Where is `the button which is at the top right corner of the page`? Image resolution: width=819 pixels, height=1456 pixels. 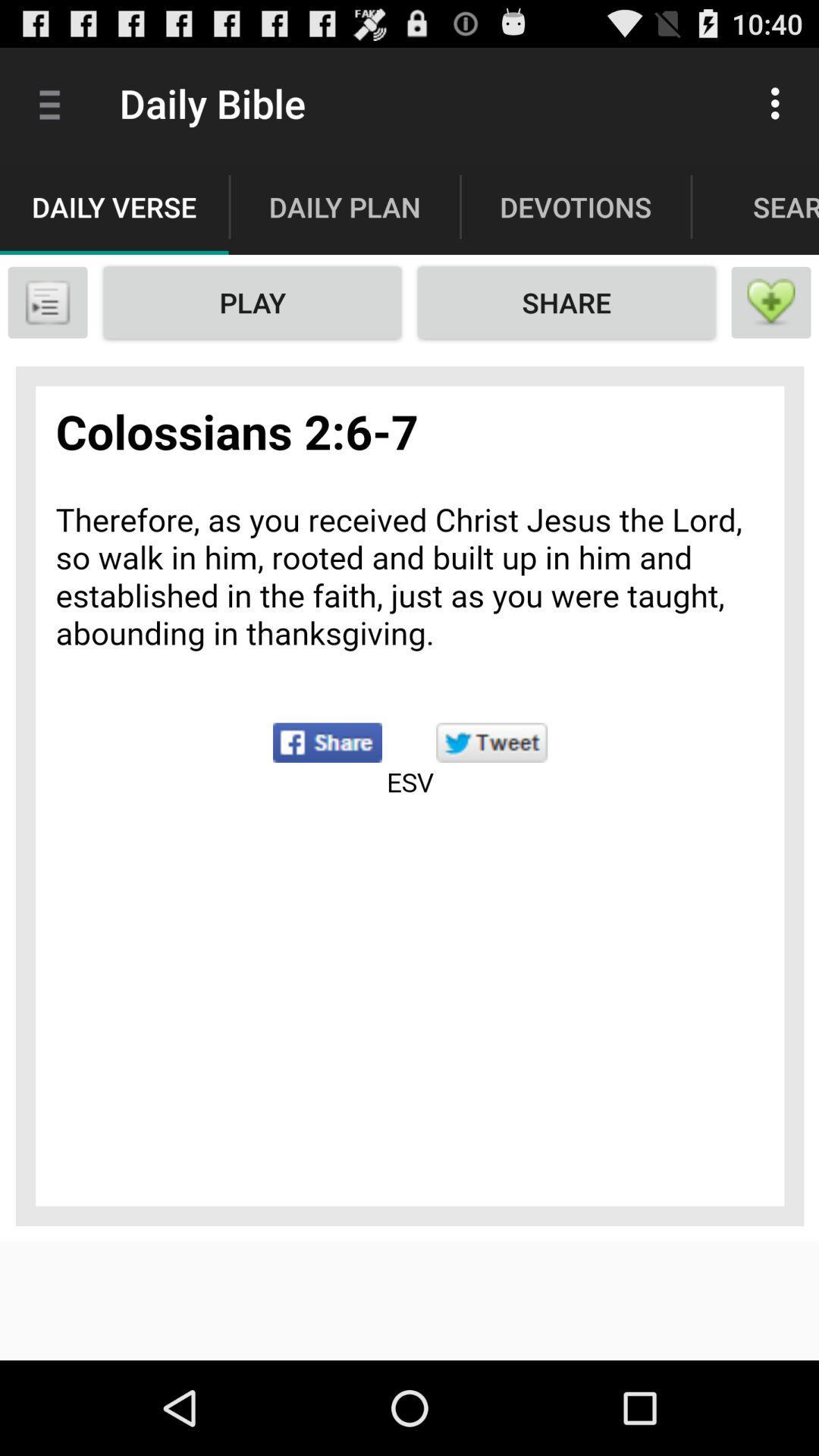
the button which is at the top right corner of the page is located at coordinates (779, 103).